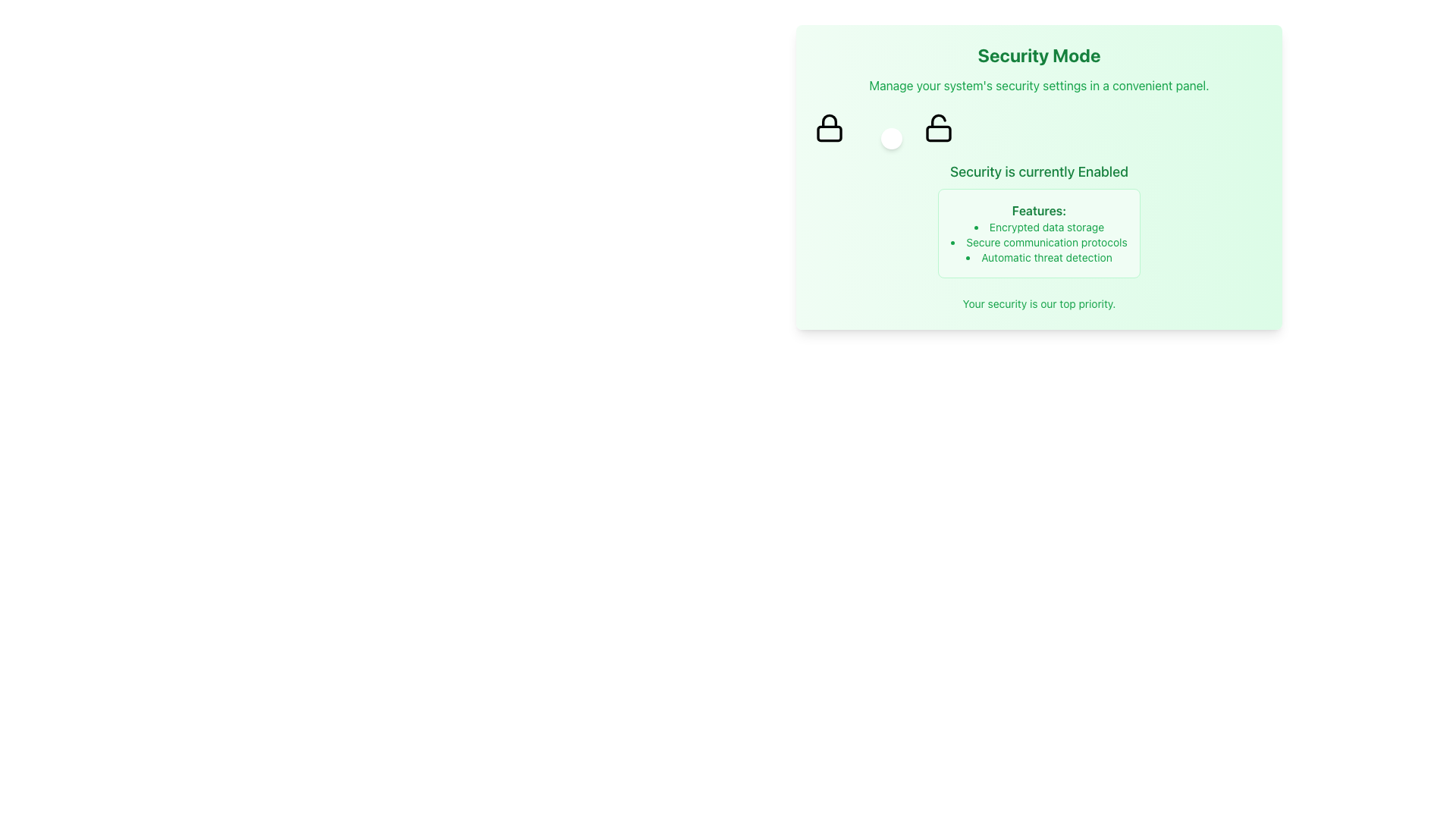 This screenshot has height=819, width=1456. Describe the element at coordinates (1038, 219) in the screenshot. I see `the informational section displaying security features, which shows the text 'Security is currently Enabled' in a larger, bold green font, and includes a subsection labeled 'Features:' with a list of enabled security features` at that location.